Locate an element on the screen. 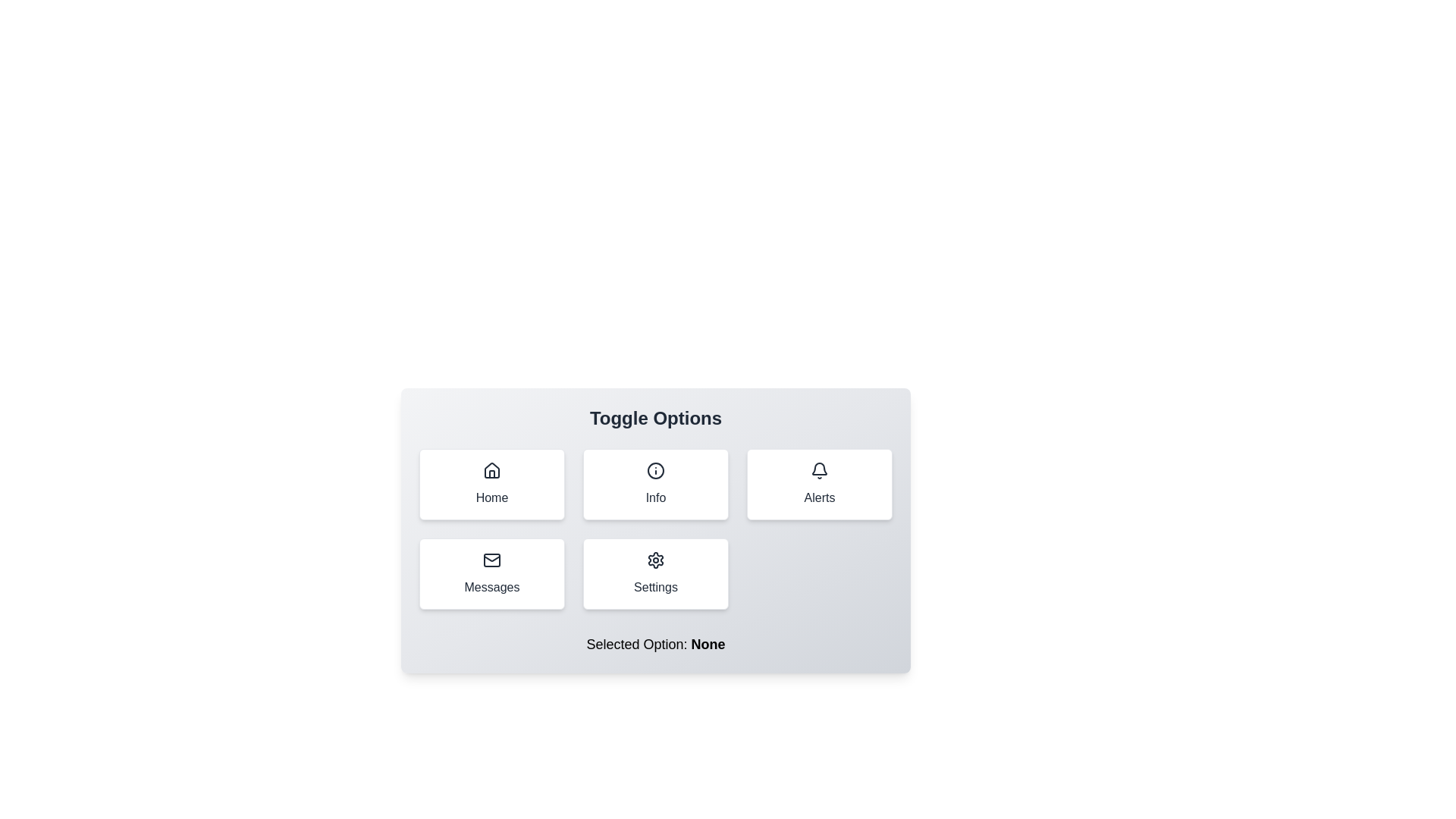  the 'Home' button located in the top-left corner of the button grid is located at coordinates (491, 485).